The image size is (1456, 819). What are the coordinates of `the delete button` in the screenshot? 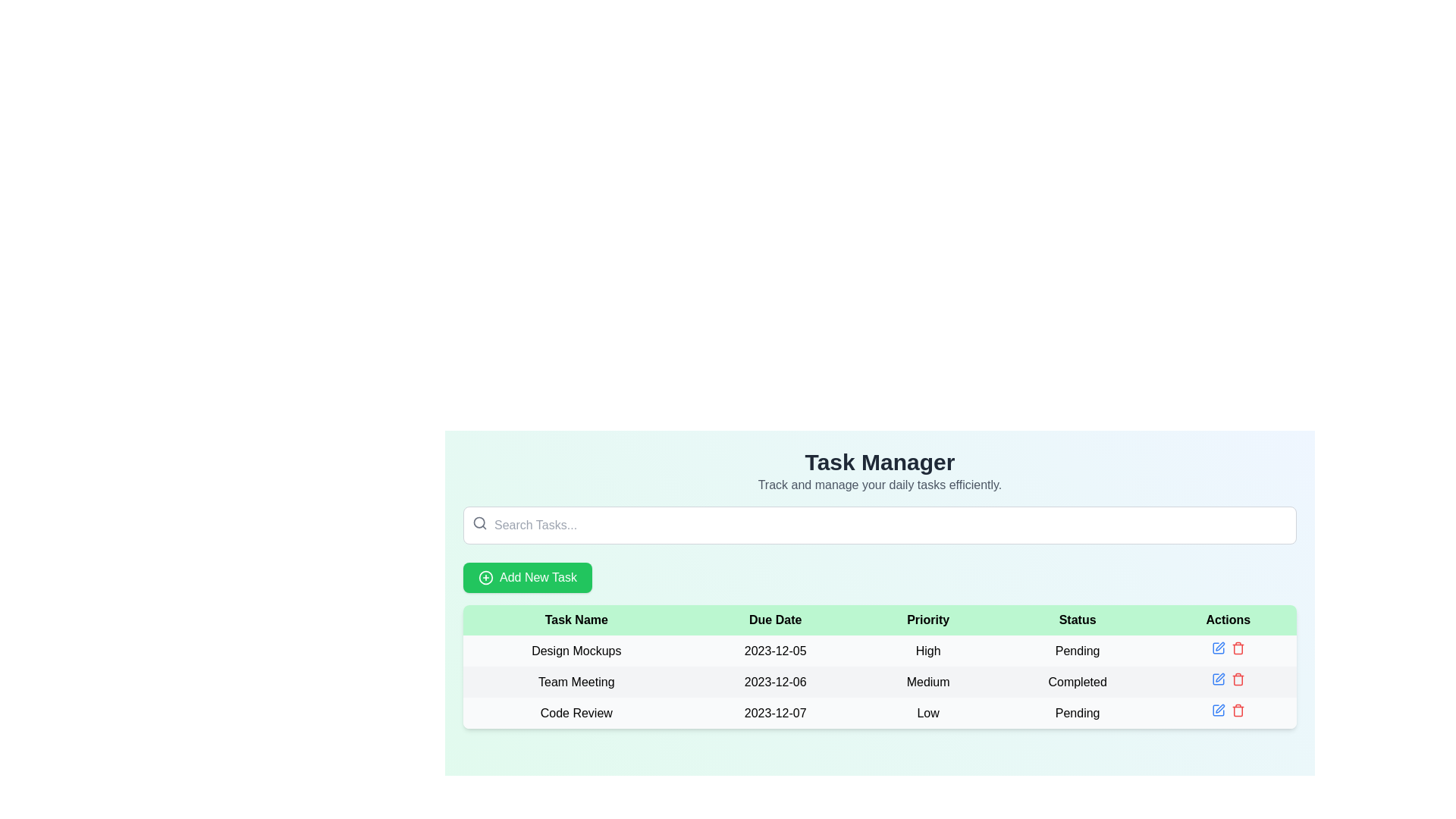 It's located at (1238, 648).